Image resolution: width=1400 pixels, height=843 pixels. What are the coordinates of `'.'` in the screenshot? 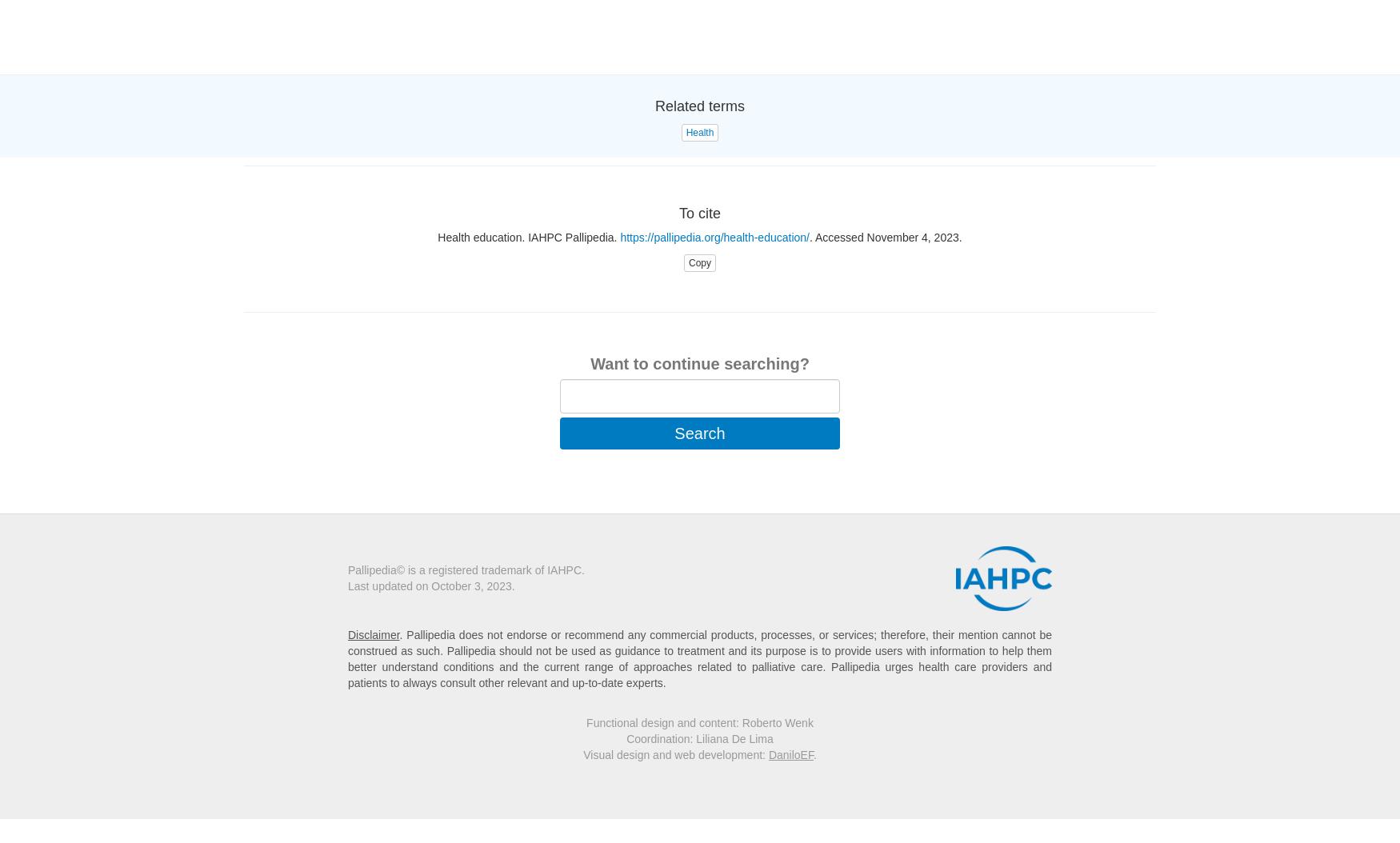 It's located at (813, 753).